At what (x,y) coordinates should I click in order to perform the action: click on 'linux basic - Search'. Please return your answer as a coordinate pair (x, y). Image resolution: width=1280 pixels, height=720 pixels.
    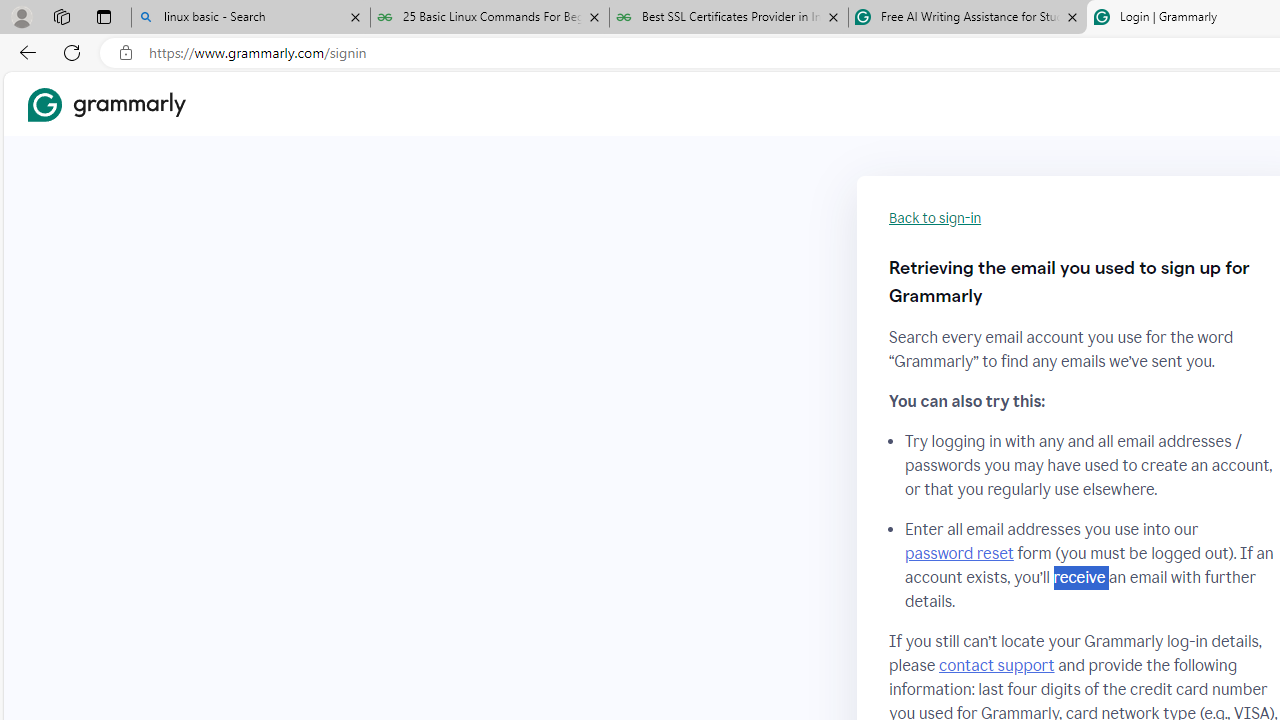
    Looking at the image, I should click on (249, 17).